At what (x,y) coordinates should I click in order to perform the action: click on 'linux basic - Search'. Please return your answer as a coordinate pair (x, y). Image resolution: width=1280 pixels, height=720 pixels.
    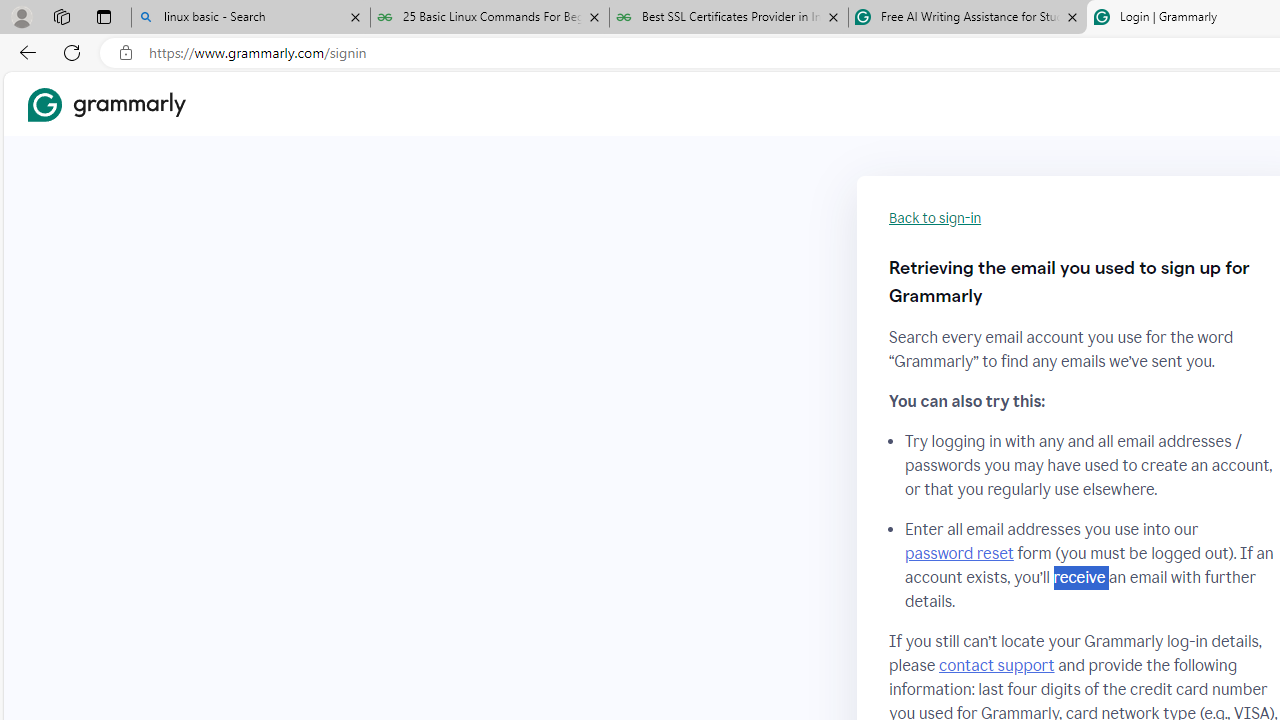
    Looking at the image, I should click on (249, 17).